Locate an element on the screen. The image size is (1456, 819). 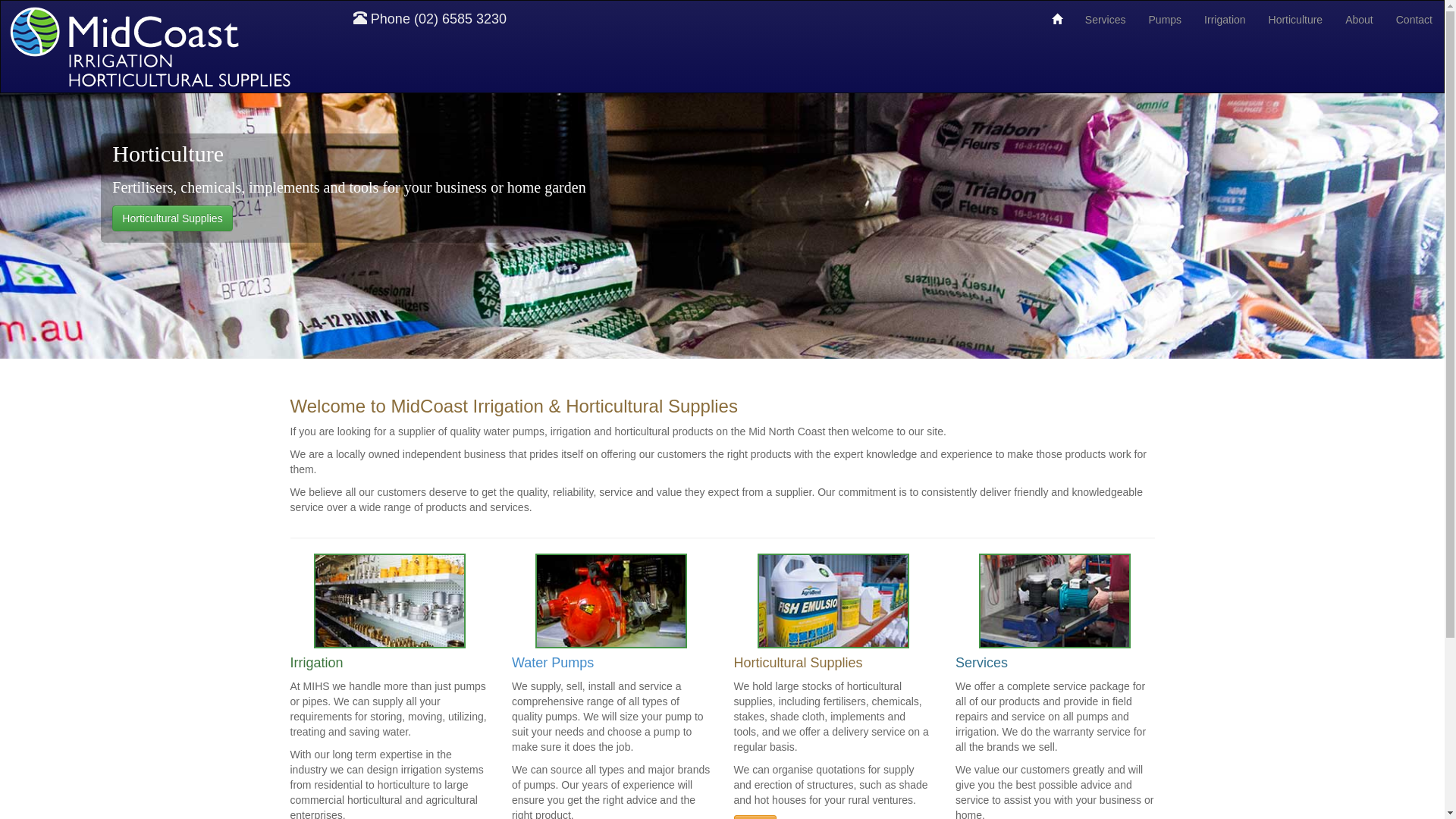
'Irrigation' is located at coordinates (1192, 20).